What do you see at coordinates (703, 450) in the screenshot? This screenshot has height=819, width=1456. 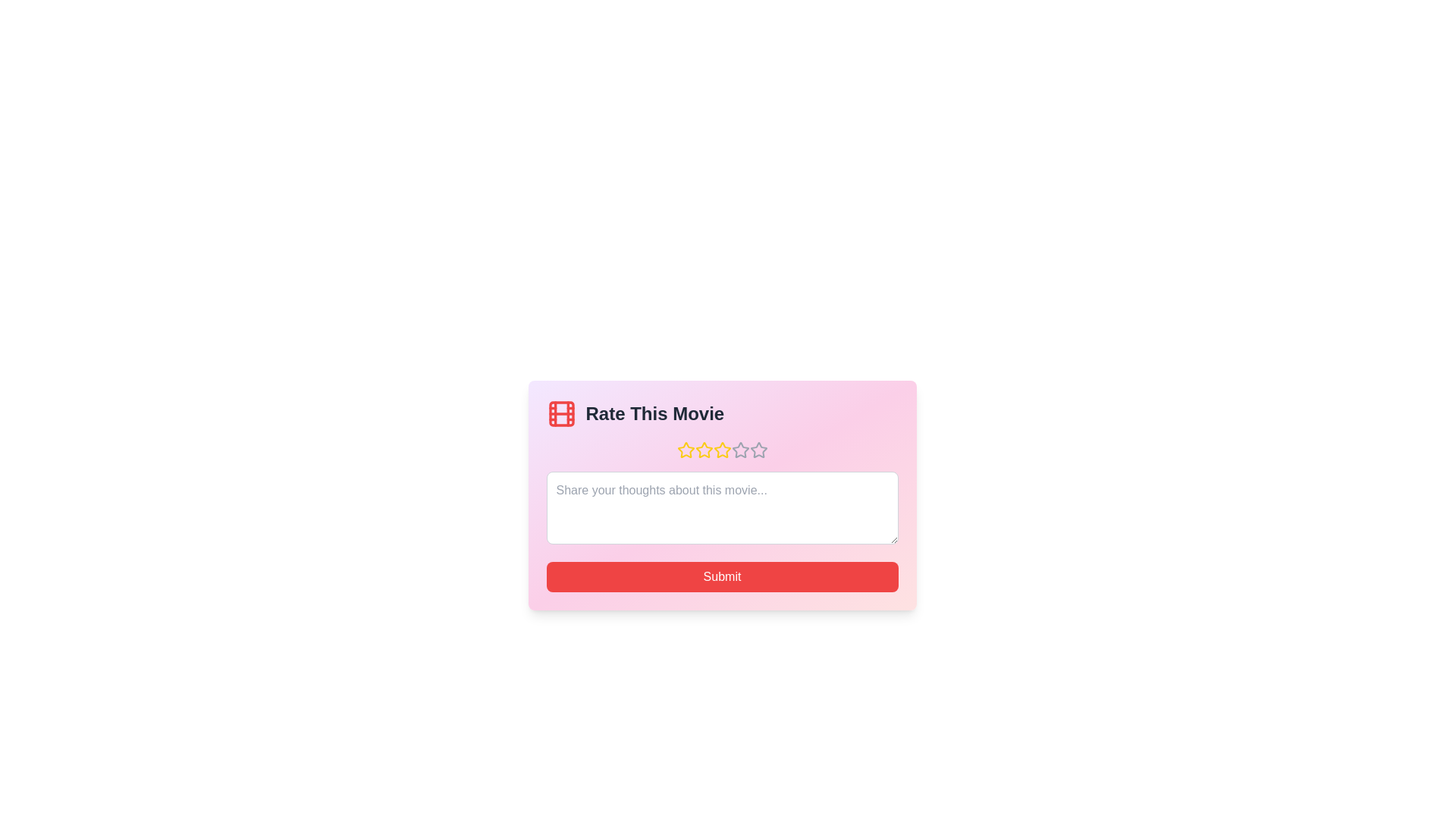 I see `the star representing 2 stars to preview the rating` at bounding box center [703, 450].